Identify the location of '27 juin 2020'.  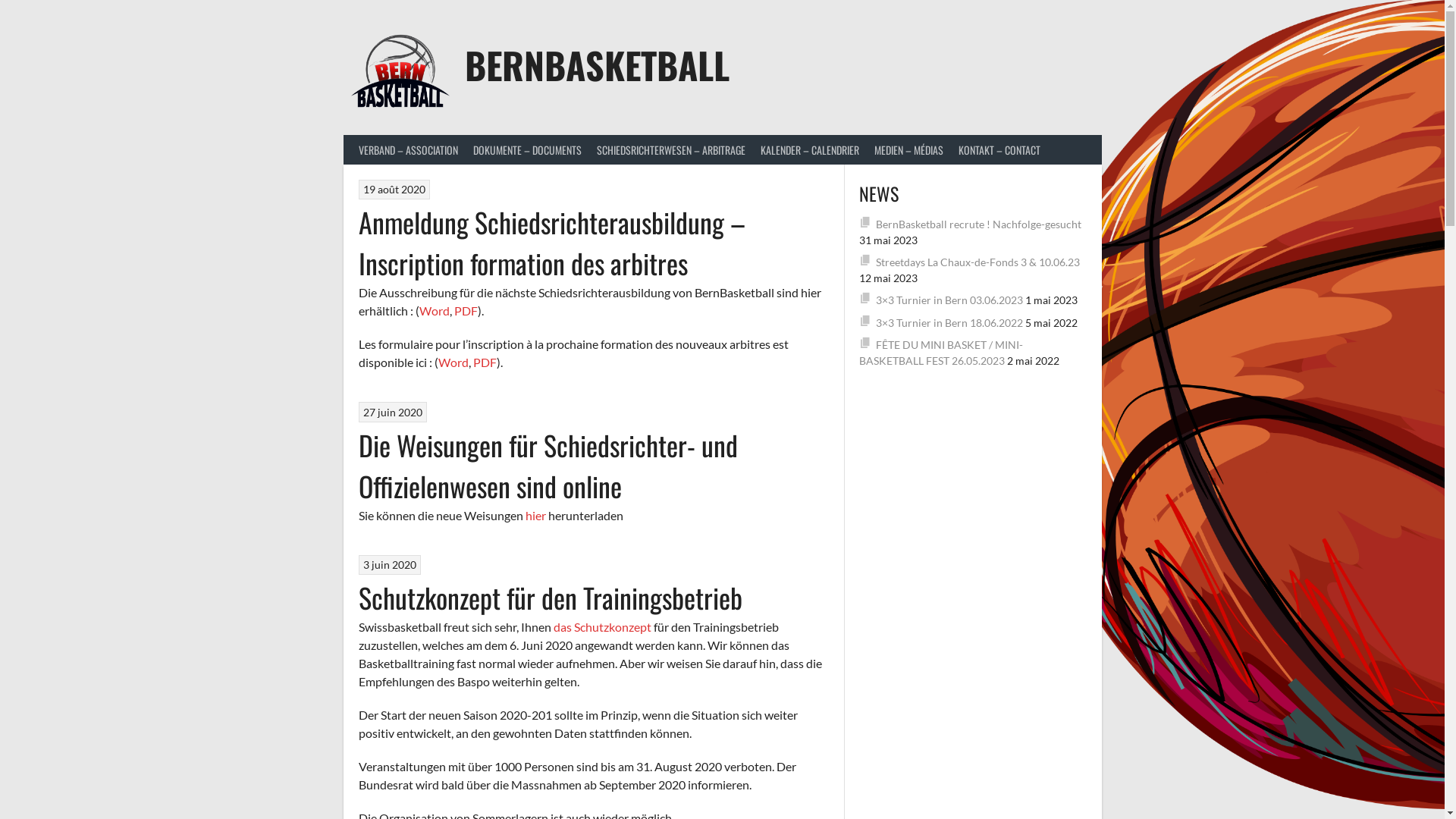
(362, 412).